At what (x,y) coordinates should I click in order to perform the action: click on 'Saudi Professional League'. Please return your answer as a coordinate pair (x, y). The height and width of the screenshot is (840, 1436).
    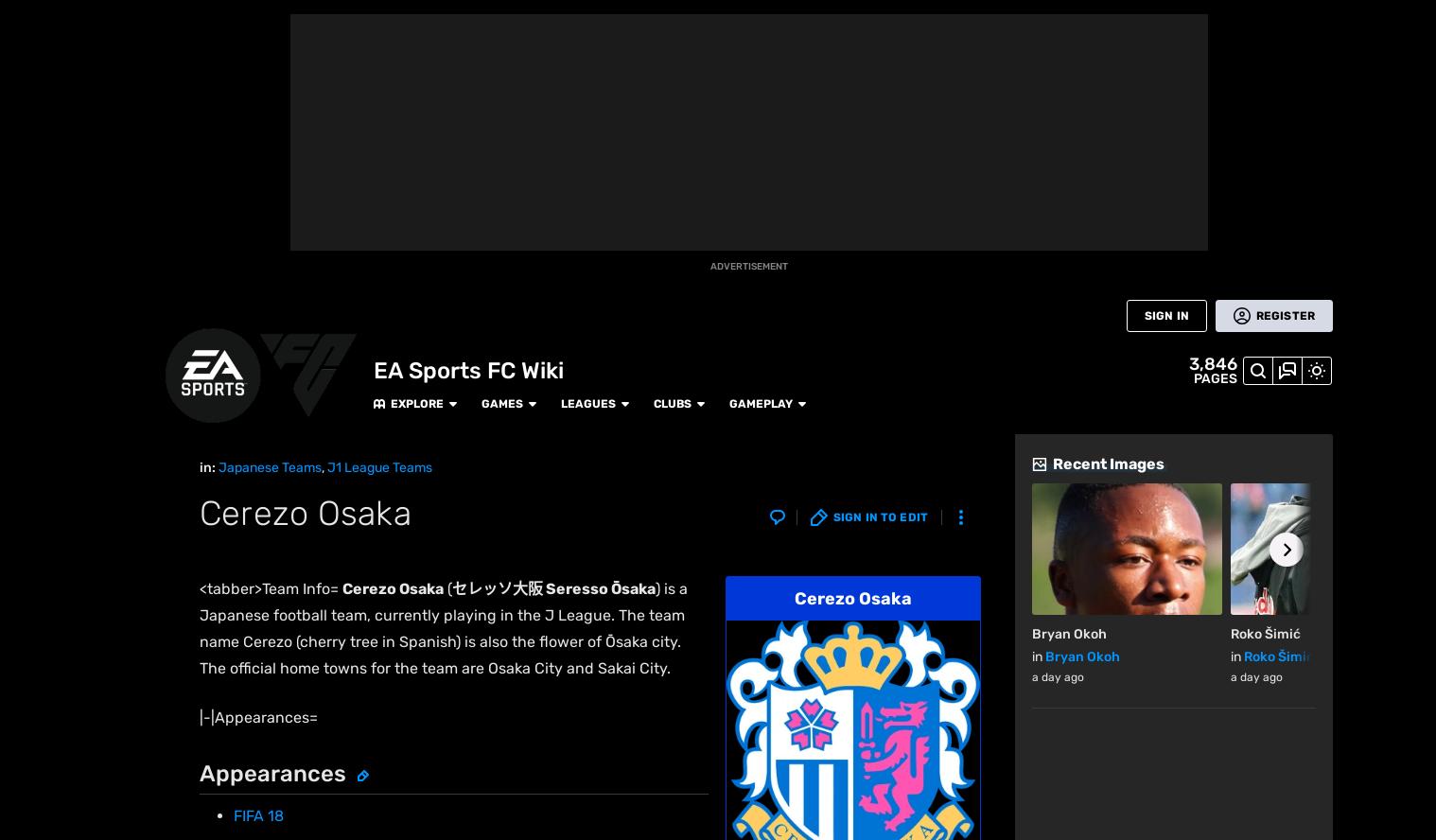
    Looking at the image, I should click on (692, 683).